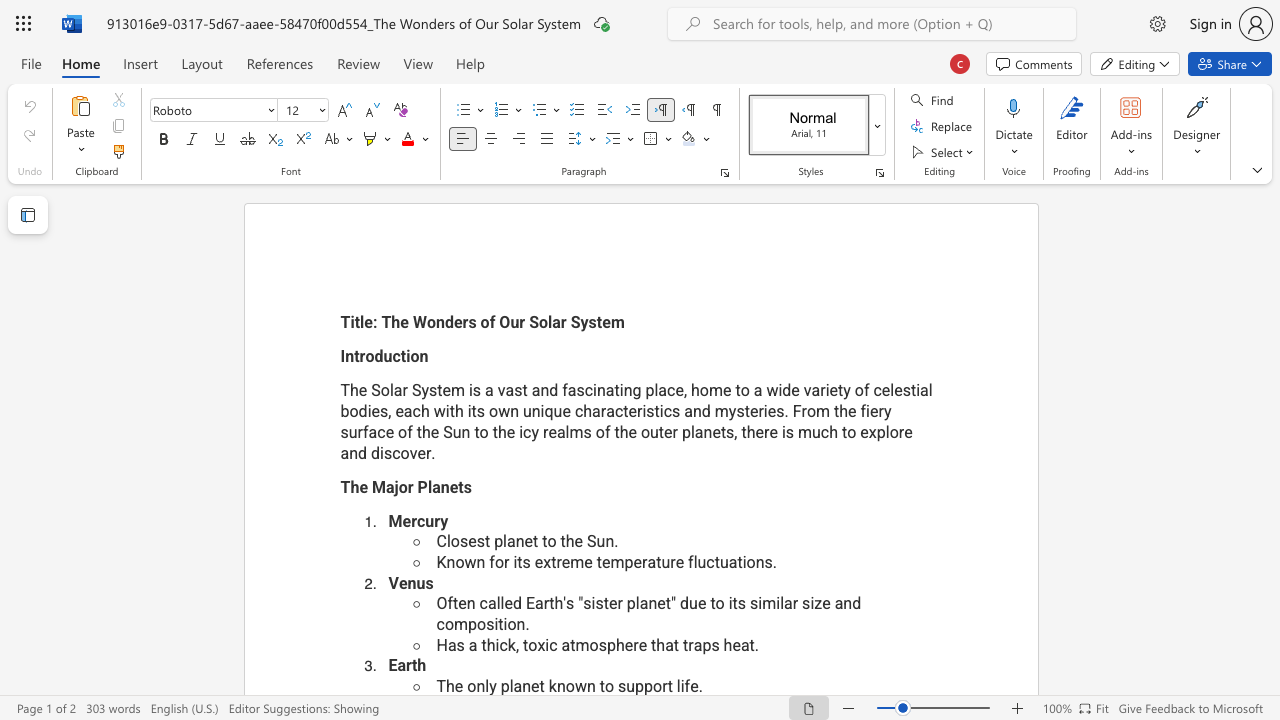 This screenshot has width=1280, height=720. Describe the element at coordinates (515, 541) in the screenshot. I see `the space between the continuous character "a" and "n" in the text` at that location.